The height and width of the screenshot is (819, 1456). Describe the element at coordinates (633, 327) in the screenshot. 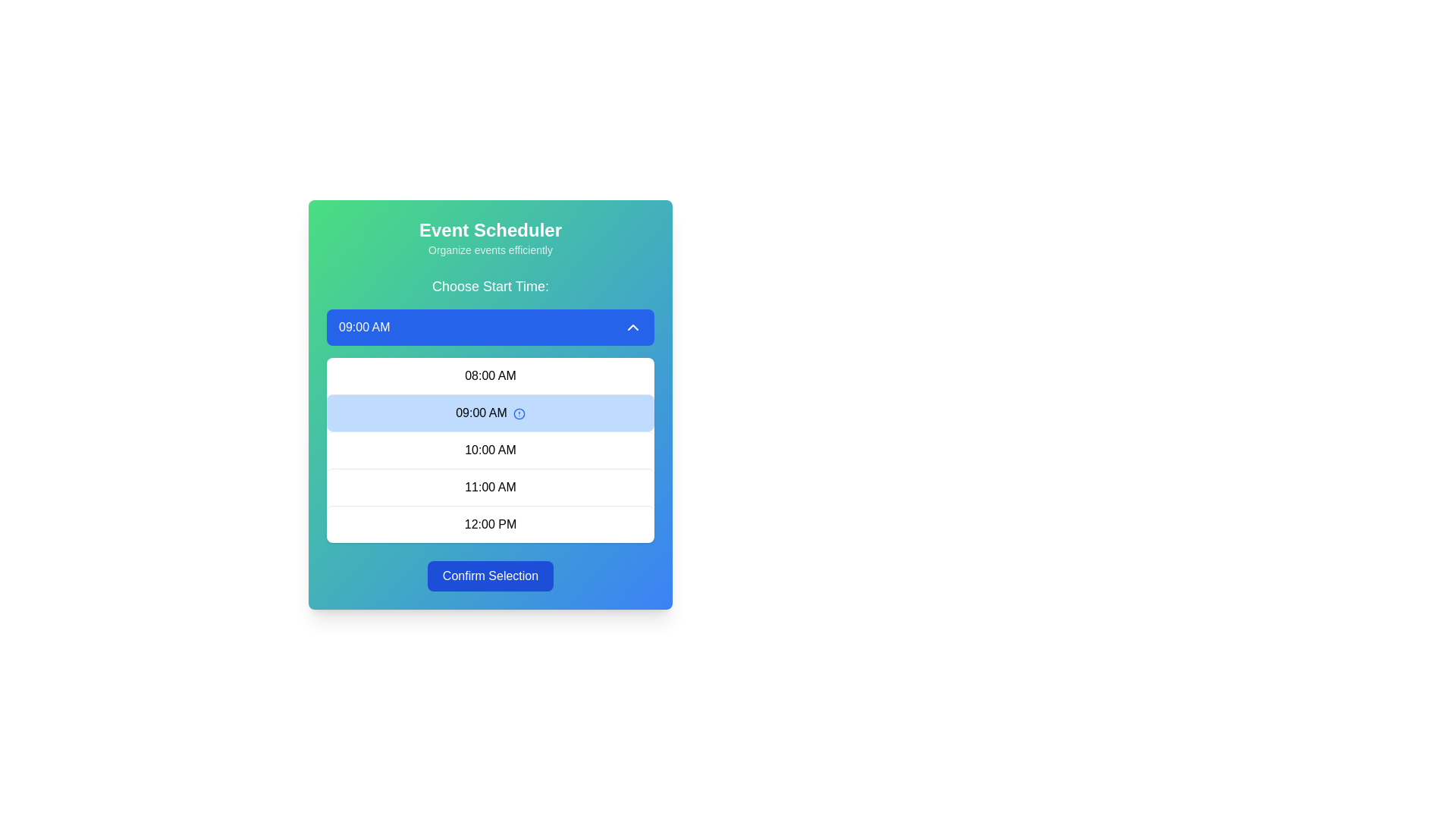

I see `the upward chevron icon adjacent to '09:00 AM' for interaction` at that location.